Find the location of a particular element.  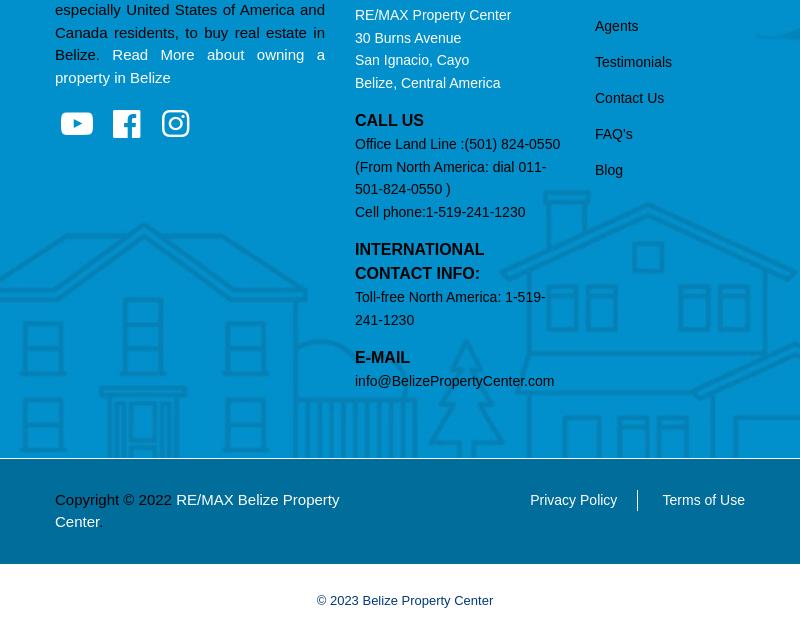

'Privacy Policy' is located at coordinates (572, 499).